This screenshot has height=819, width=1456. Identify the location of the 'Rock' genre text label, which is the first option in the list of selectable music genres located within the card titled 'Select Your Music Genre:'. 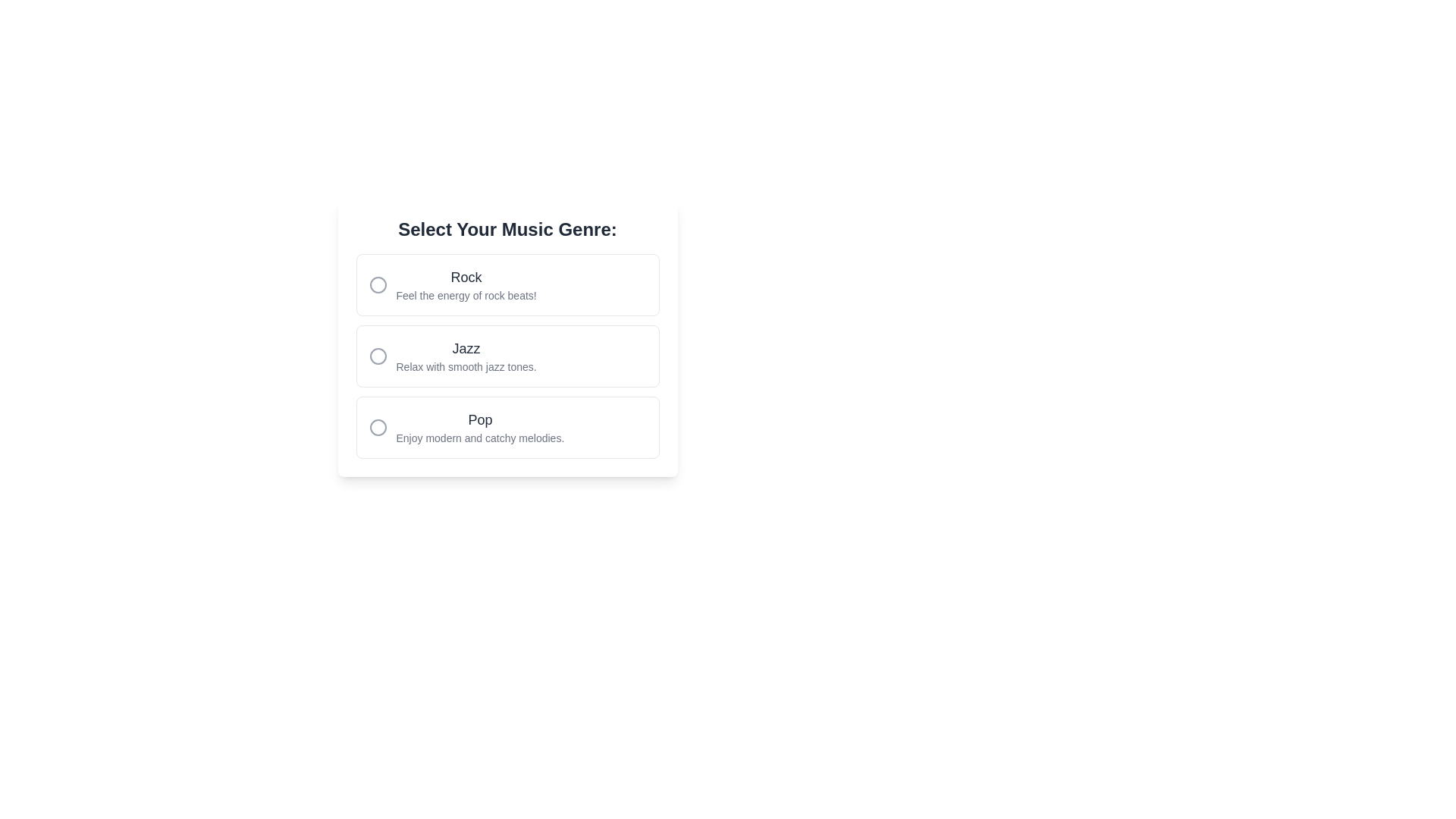
(466, 278).